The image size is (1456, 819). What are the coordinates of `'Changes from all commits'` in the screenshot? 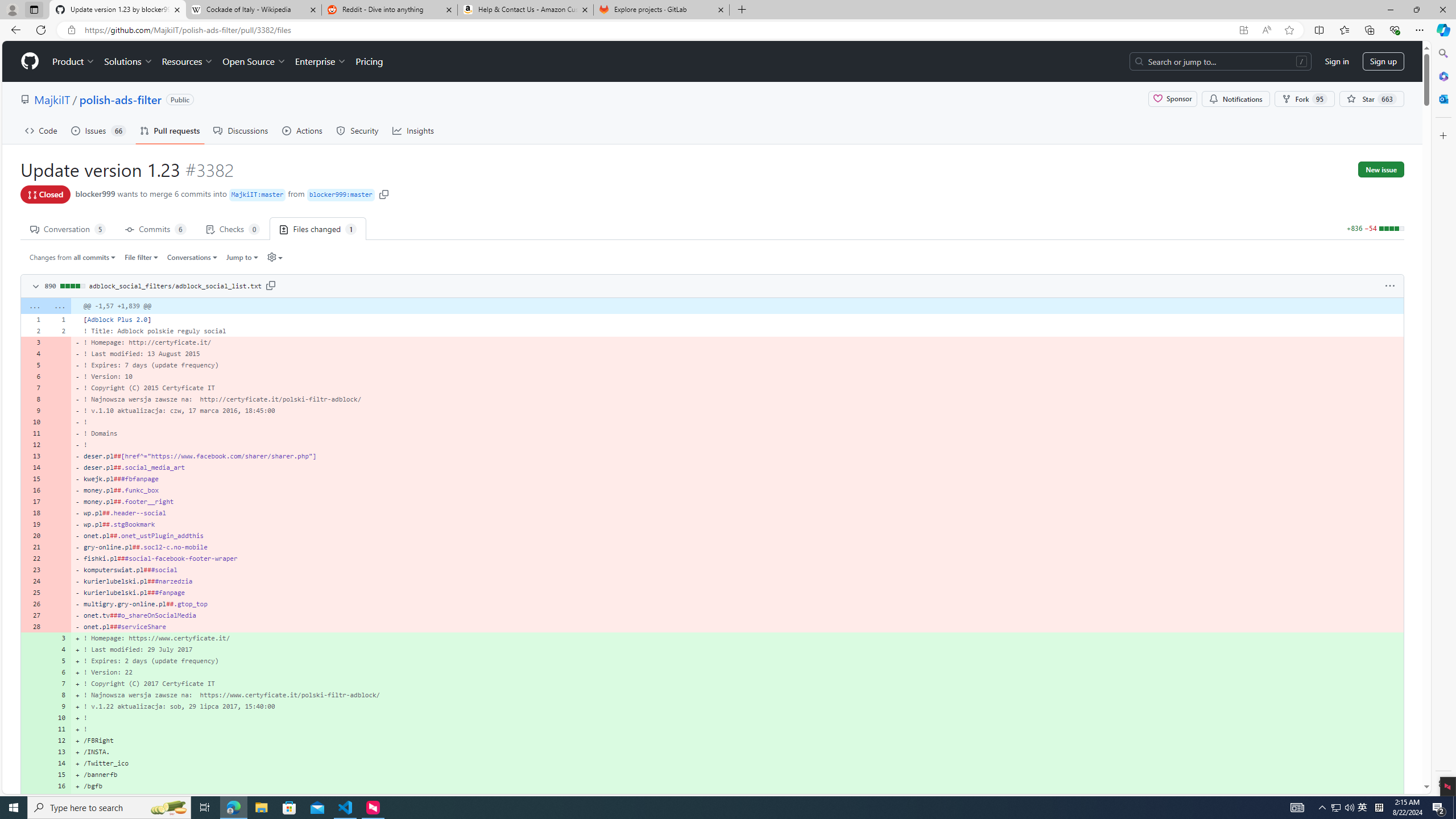 It's located at (72, 257).